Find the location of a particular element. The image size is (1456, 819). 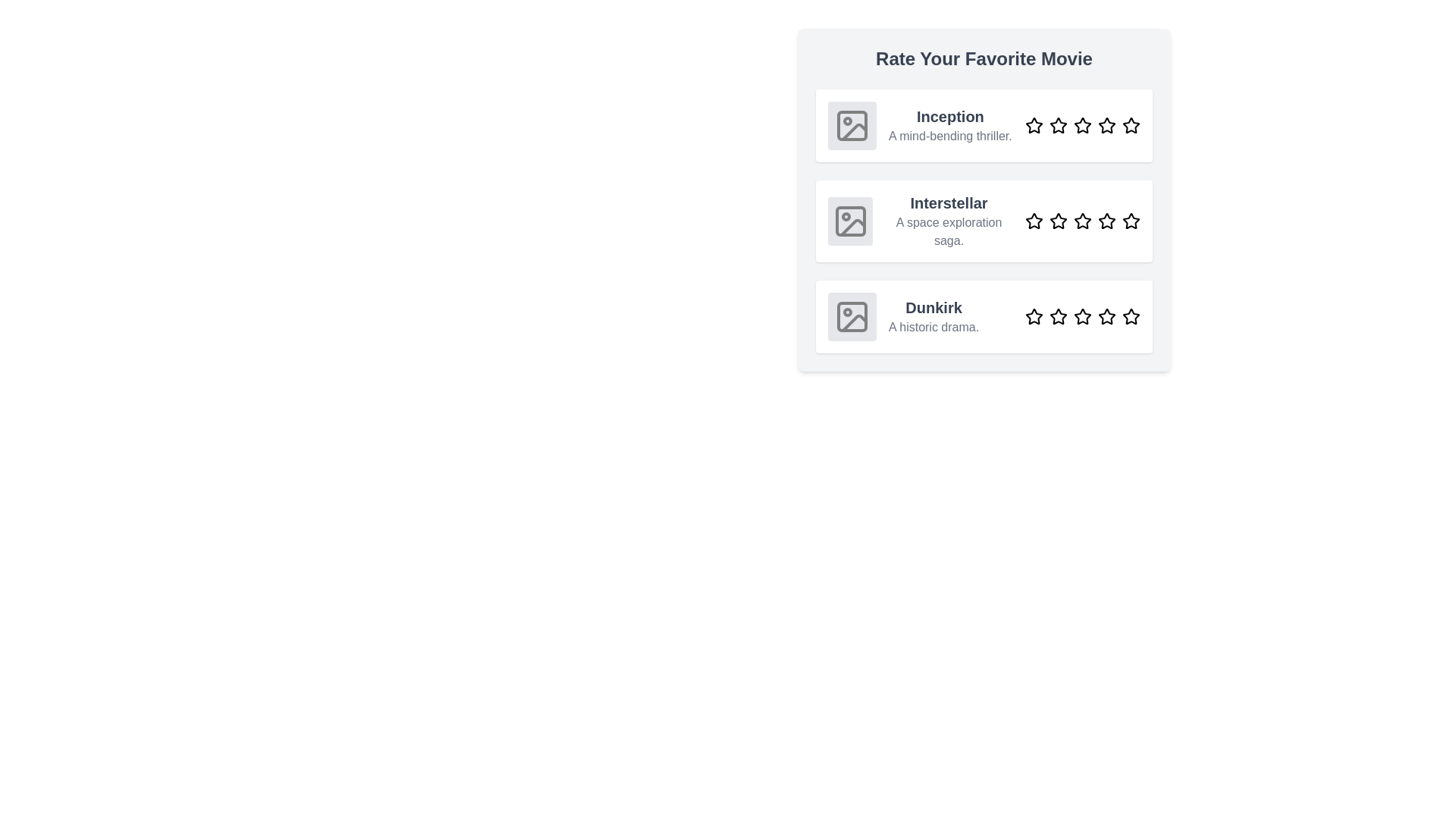

the fifth star icon in the horizontal group of five stars used for rating the movie 'Interstellar' to provide a rating is located at coordinates (1131, 221).